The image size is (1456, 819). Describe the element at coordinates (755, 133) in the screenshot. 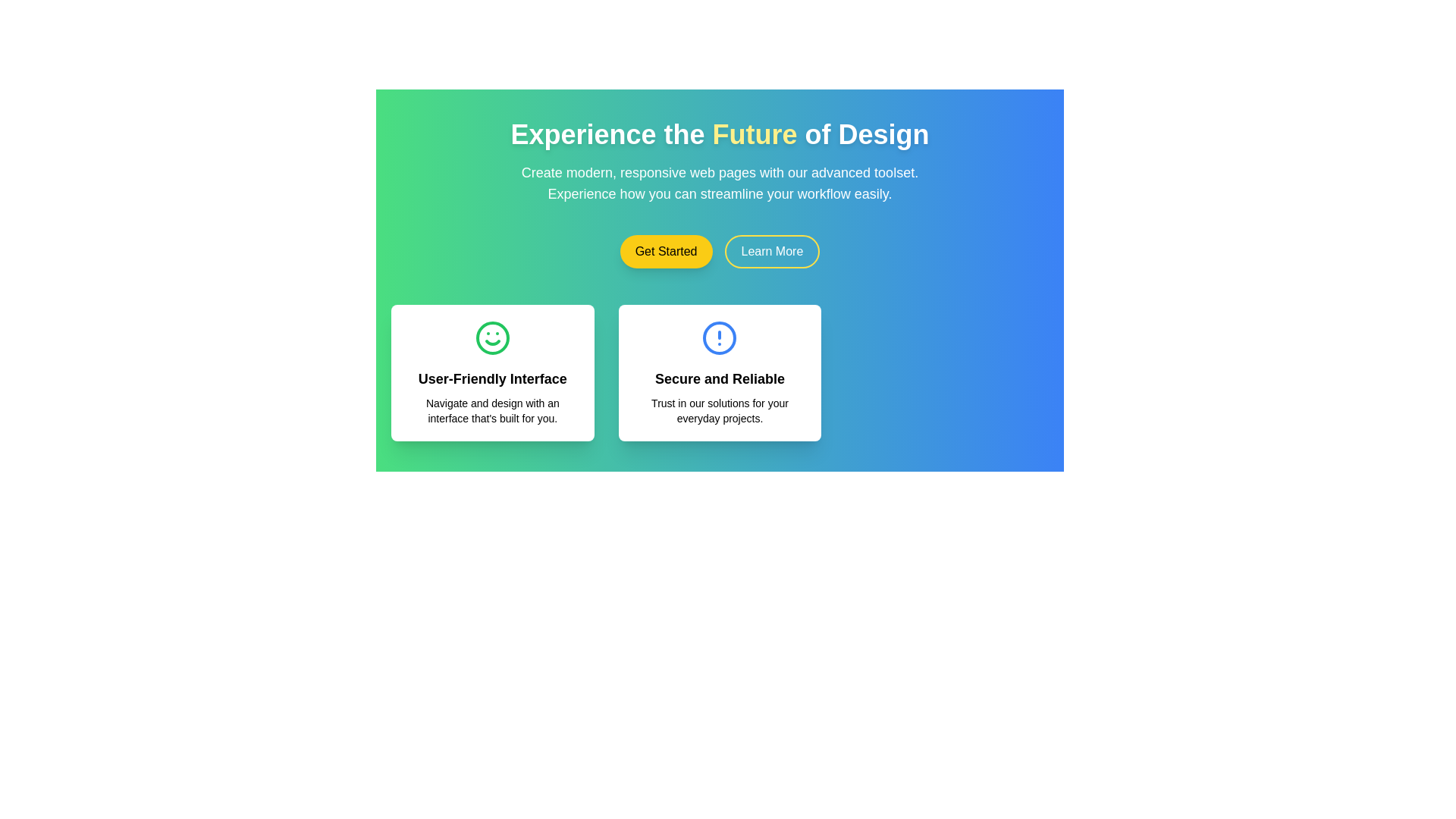

I see `text element displaying 'Future', which is styled in bold and large yellow font, part of the heading 'Experience the Future of Design'` at that location.